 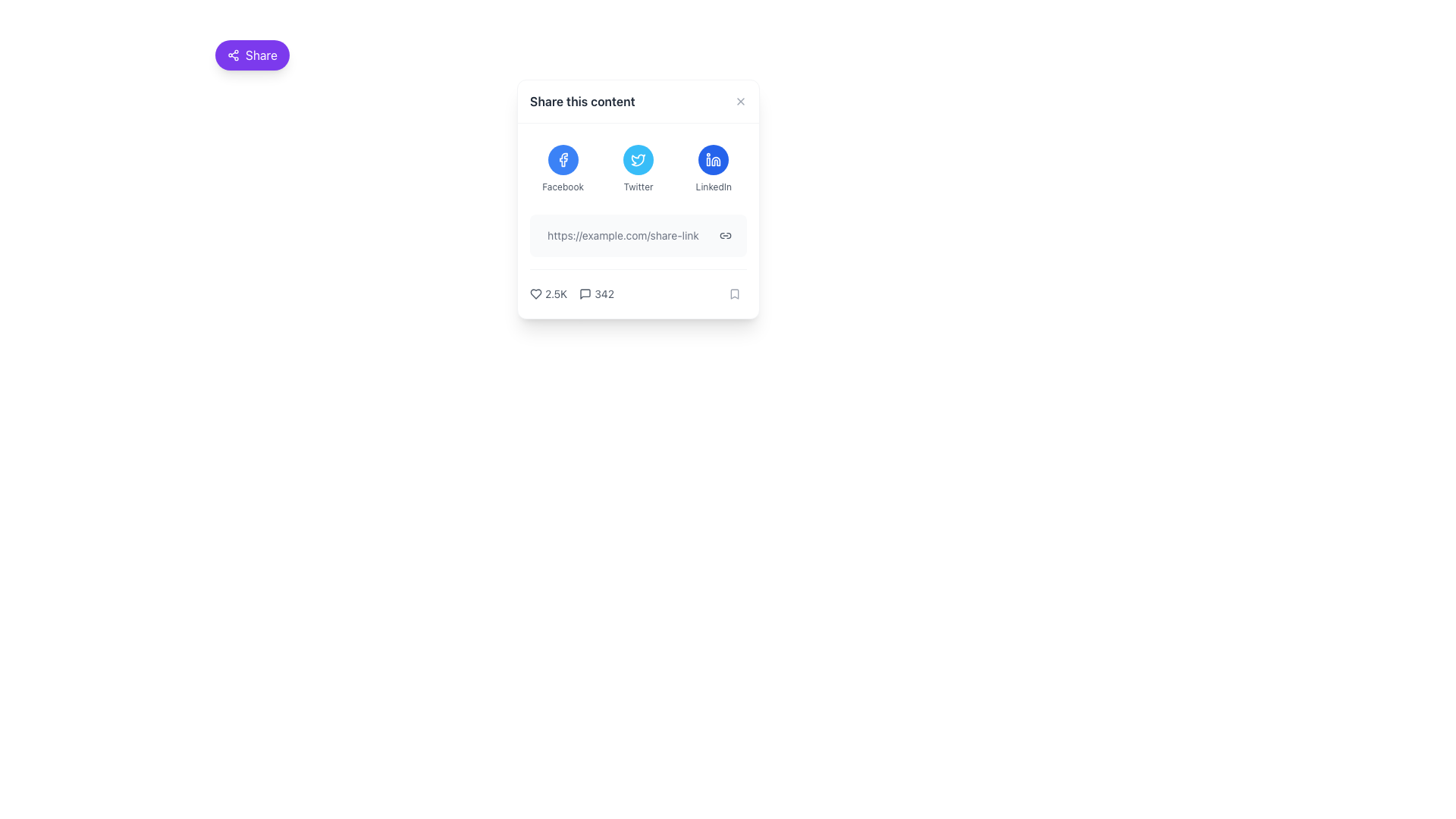 I want to click on the text label element reading 'Twitter', which is styled in gray and positioned below the circular Twitter logo icon, so click(x=638, y=186).